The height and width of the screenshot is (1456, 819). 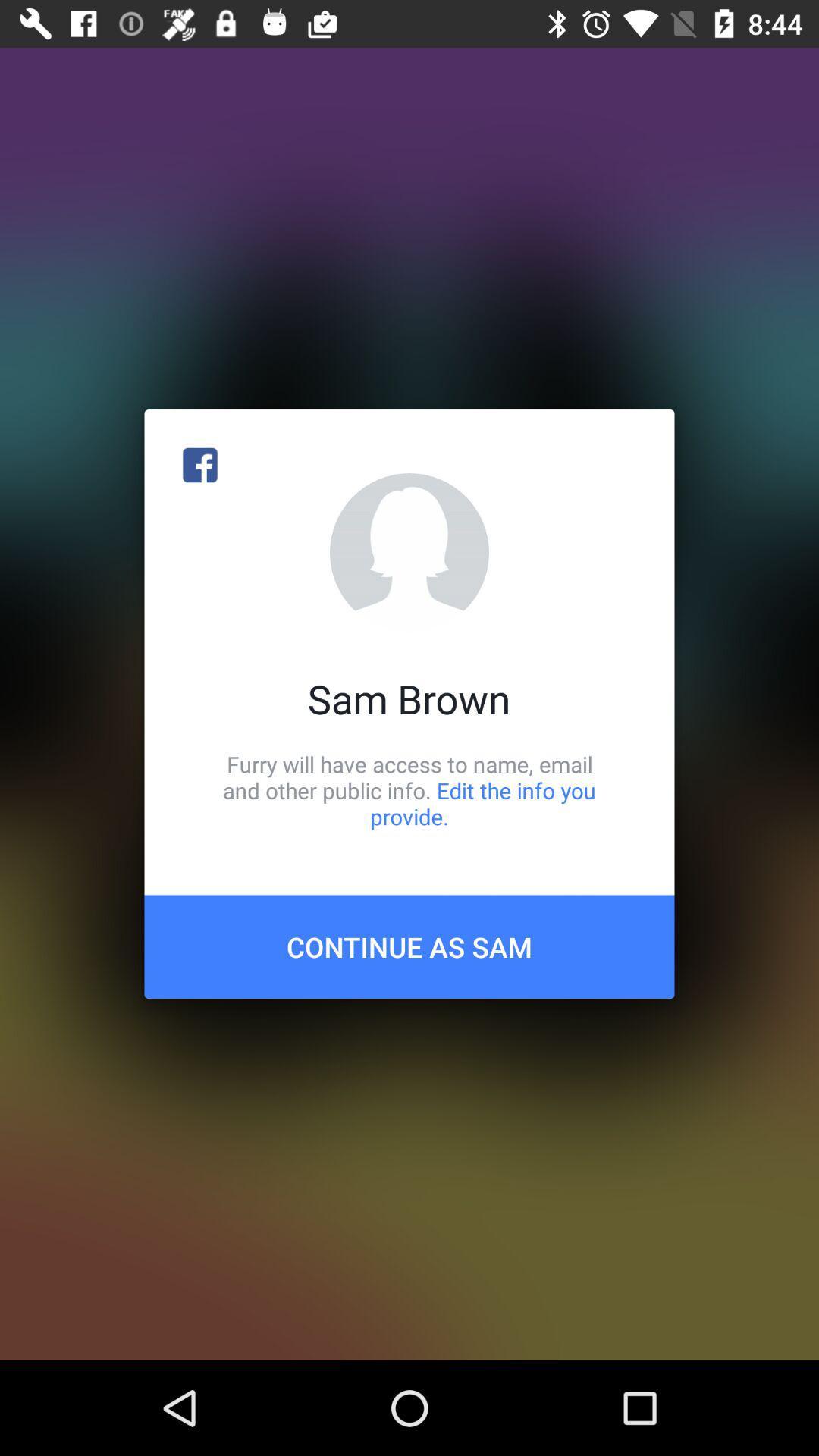 I want to click on the icon below the sam brown, so click(x=409, y=789).